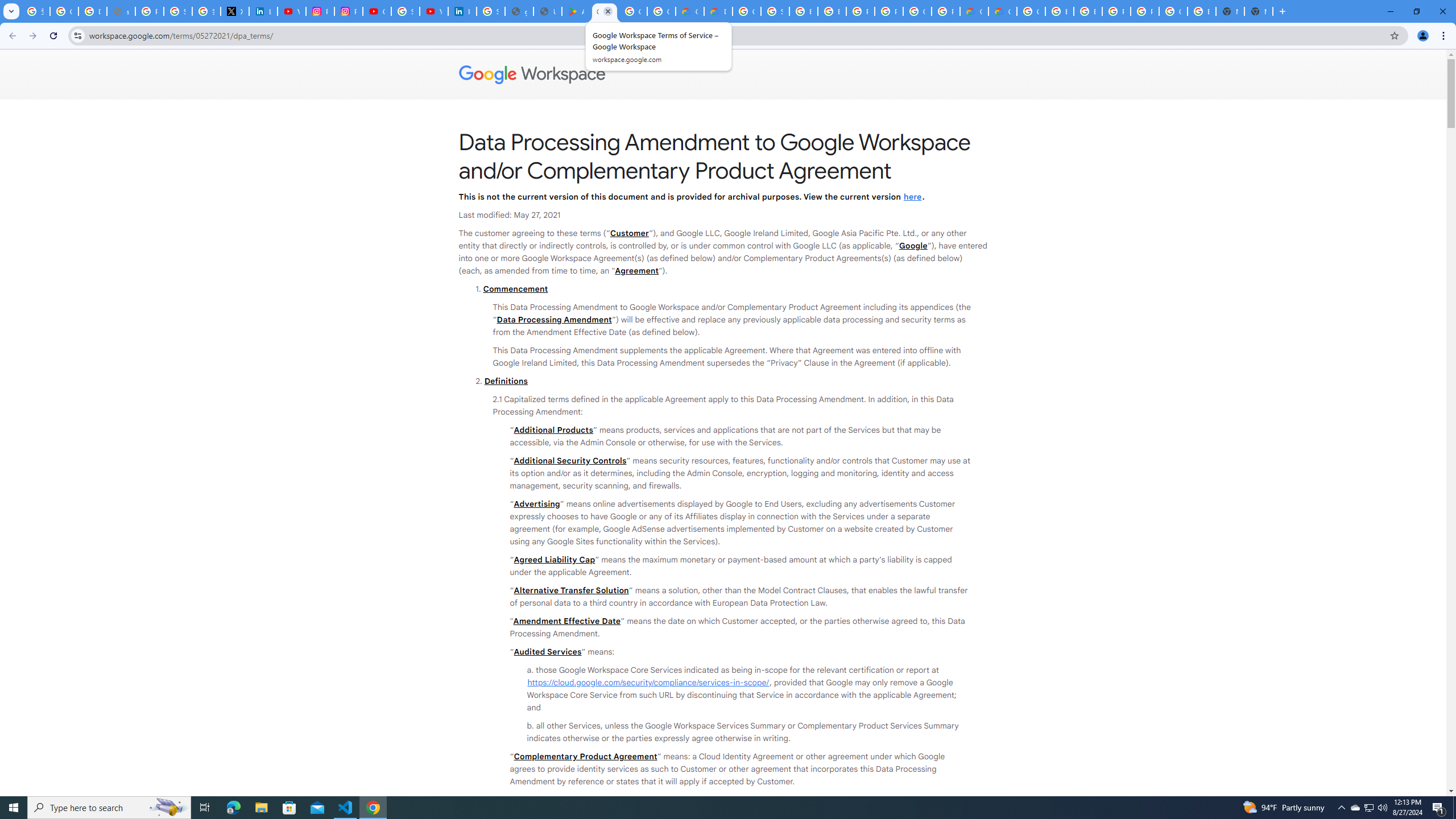 This screenshot has width=1456, height=819. I want to click on 'Browse Chrome as a guest - Computer - Google Chrome Help', so click(804, 11).